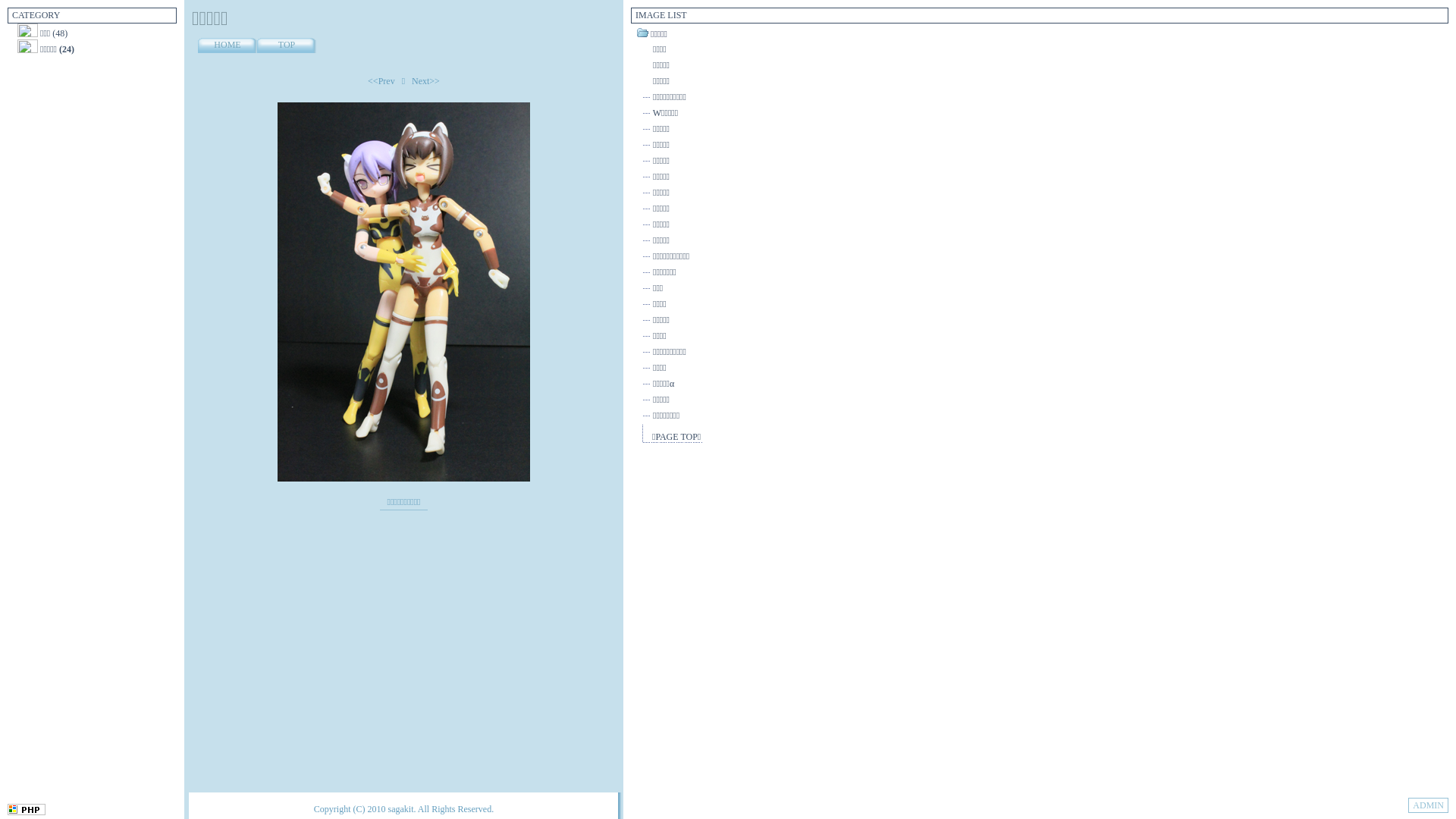  I want to click on 'Next>>', so click(425, 81).